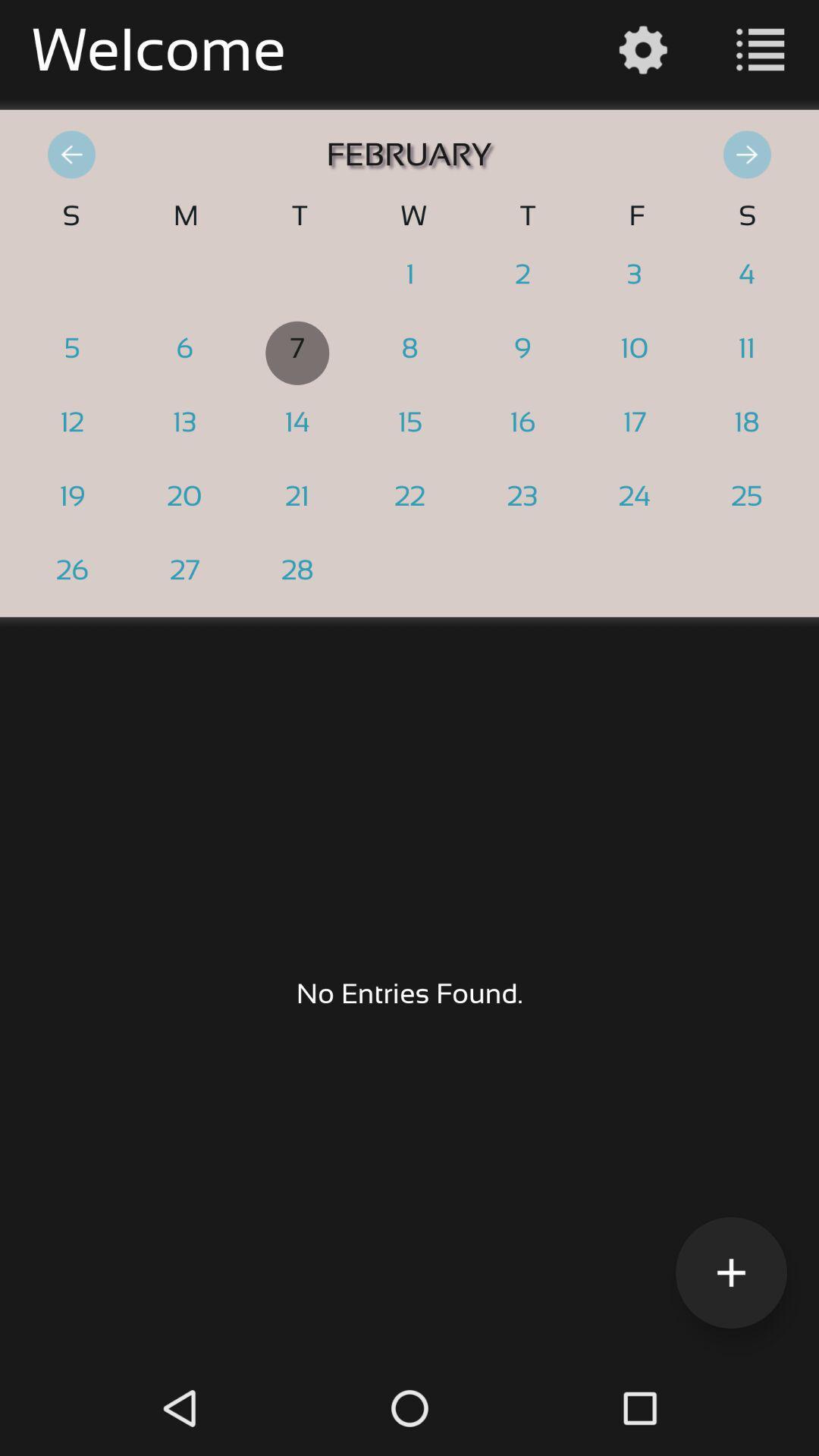  Describe the element at coordinates (755, 155) in the screenshot. I see `the arrow_forward icon` at that location.